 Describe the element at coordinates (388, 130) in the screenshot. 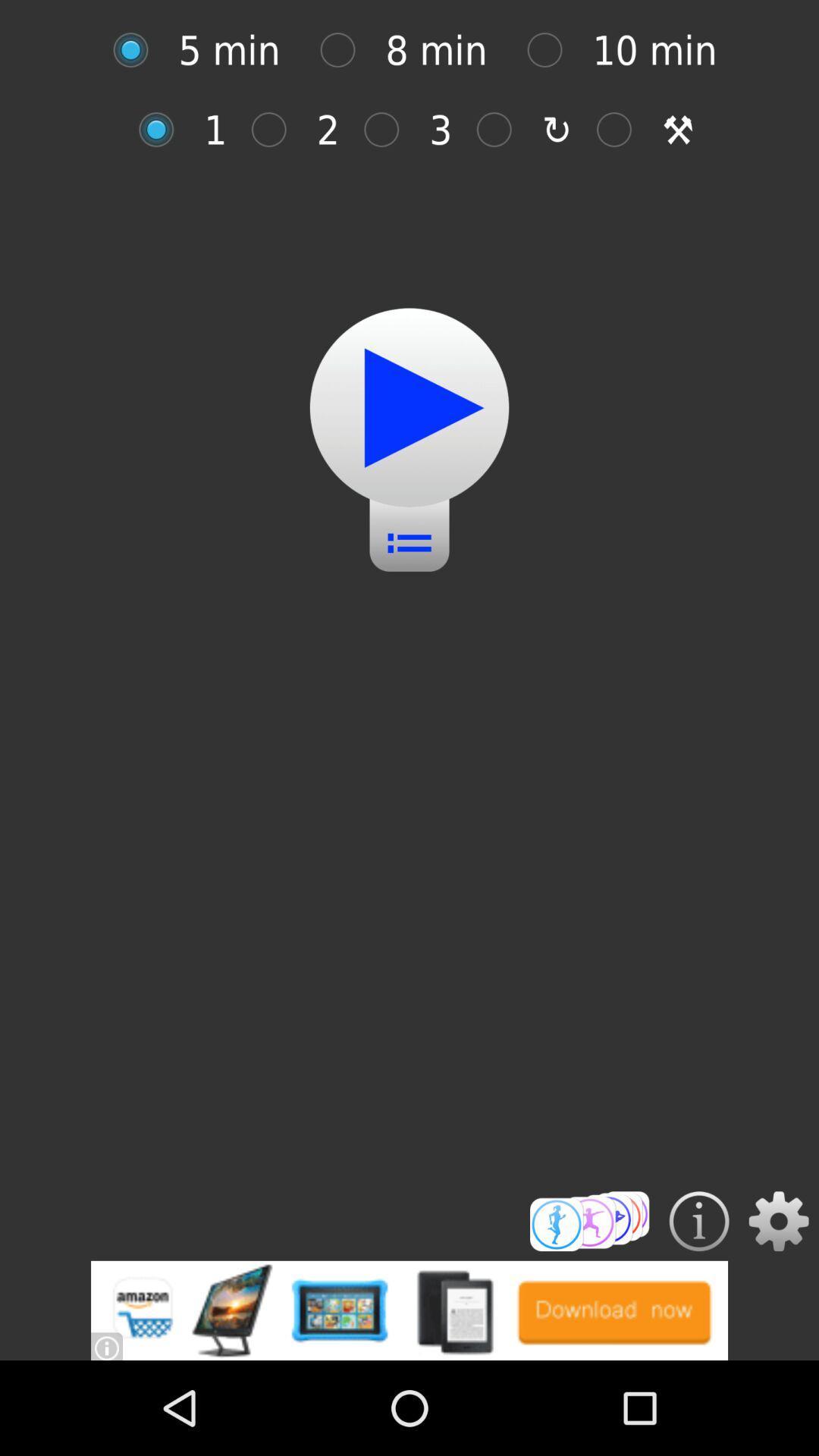

I see `number three` at that location.